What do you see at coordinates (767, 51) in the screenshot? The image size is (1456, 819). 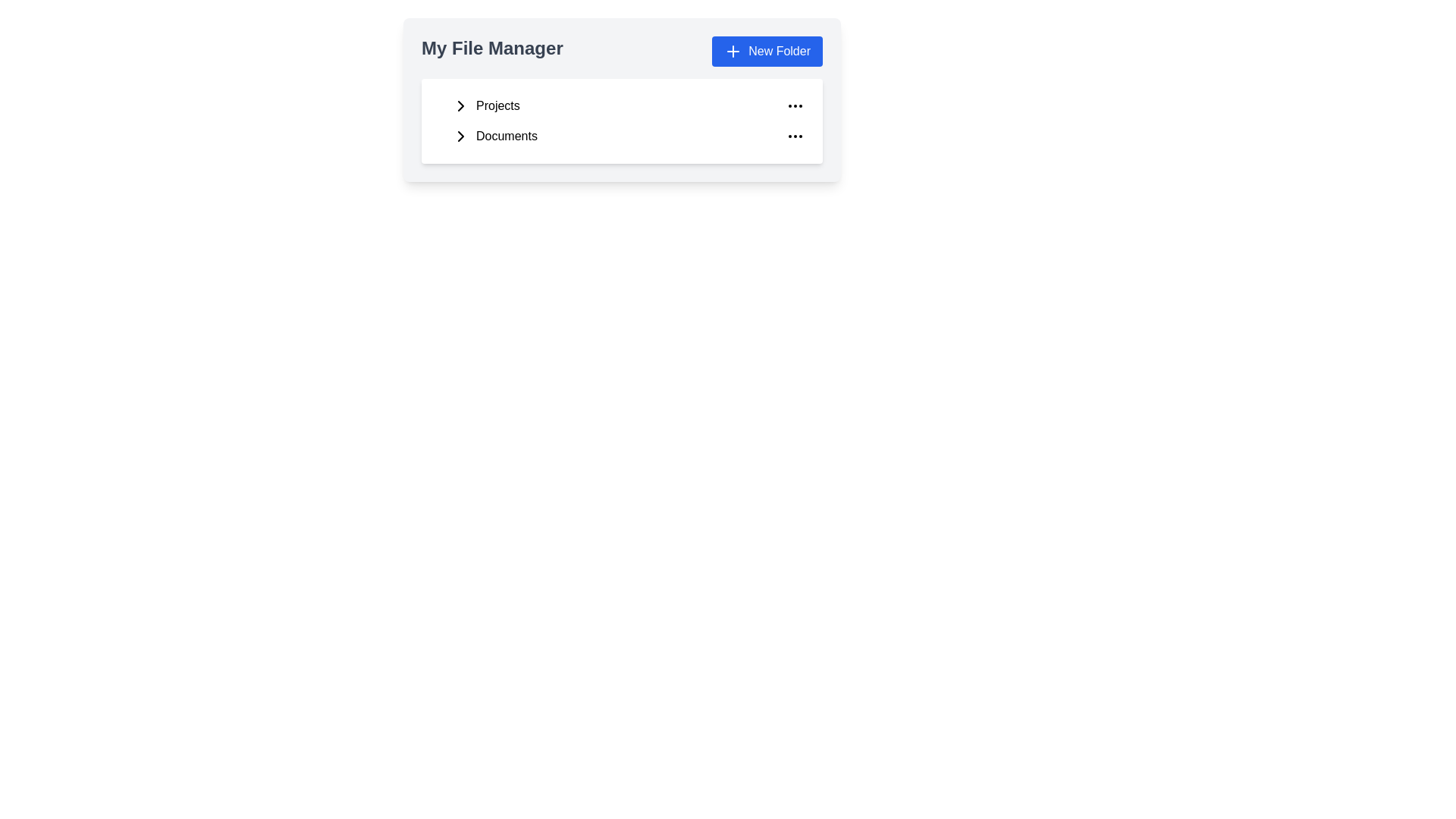 I see `the 'Create New Folder' button located at the top right of the 'My File Manager' section` at bounding box center [767, 51].